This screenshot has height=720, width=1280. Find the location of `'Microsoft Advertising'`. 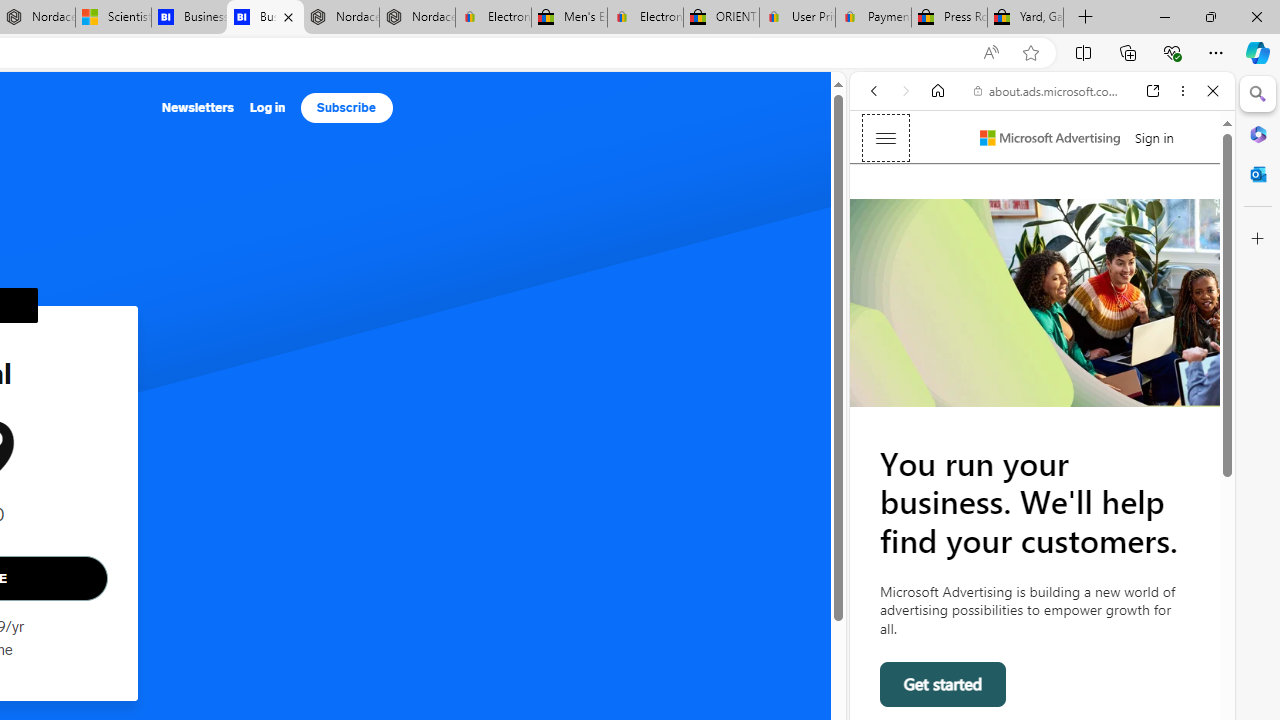

'Microsoft Advertising' is located at coordinates (1049, 137).